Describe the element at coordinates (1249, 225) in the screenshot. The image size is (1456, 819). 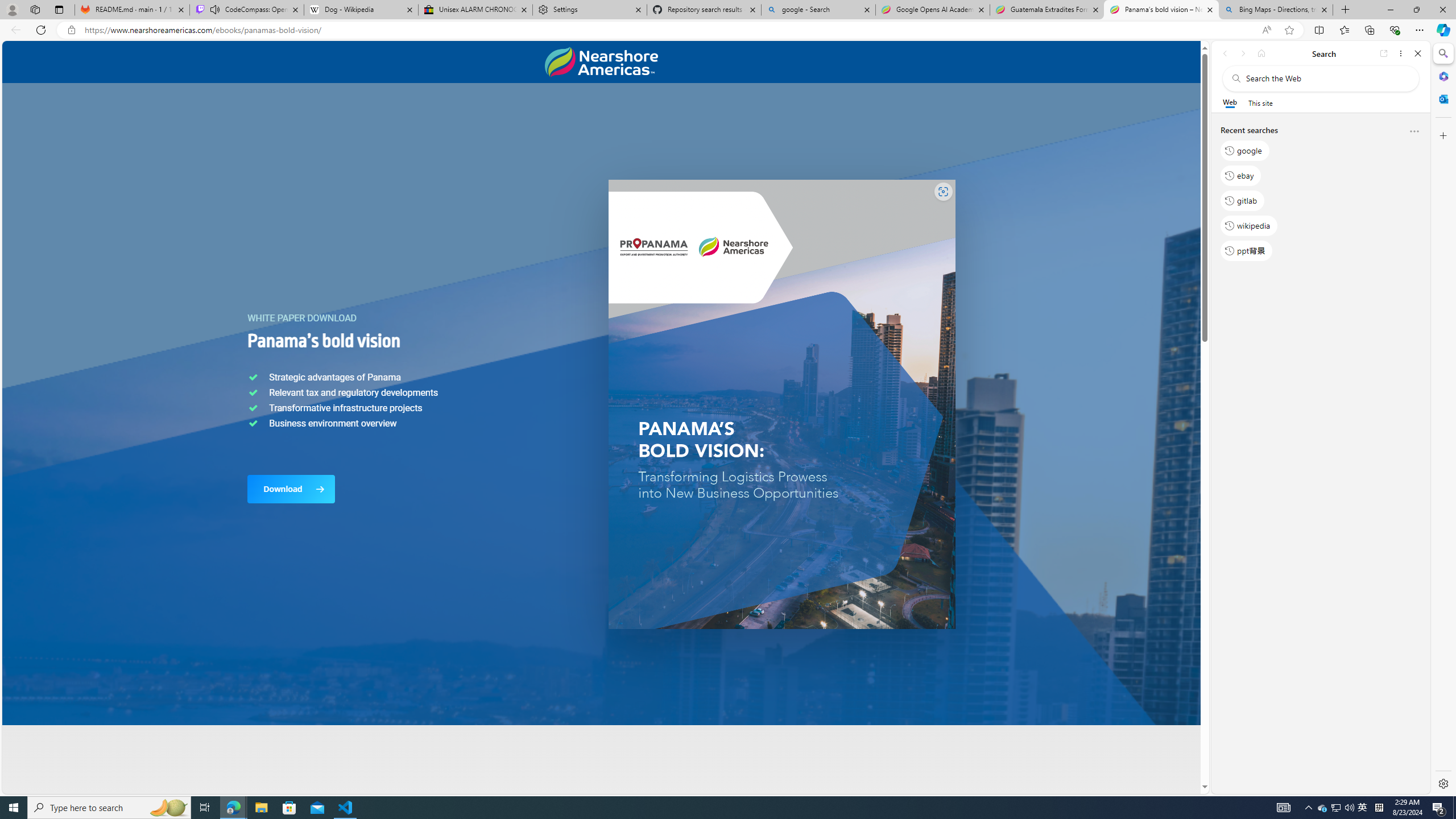
I see `'wikipedia'` at that location.